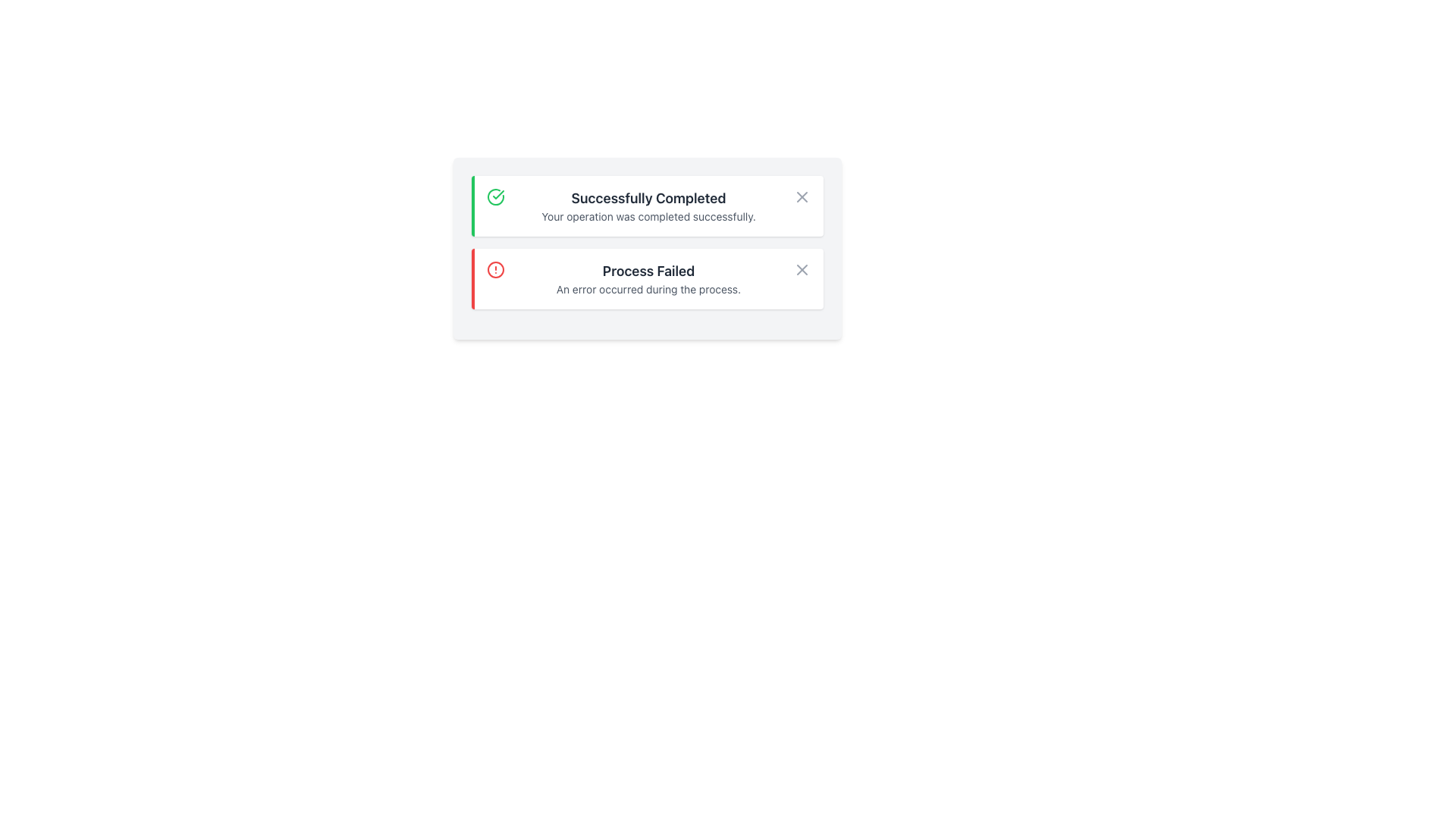 The width and height of the screenshot is (1456, 819). What do you see at coordinates (648, 216) in the screenshot?
I see `message displayed in the text label that says 'Your operation was completed successfully.' located below the title 'Successfully Completed'` at bounding box center [648, 216].